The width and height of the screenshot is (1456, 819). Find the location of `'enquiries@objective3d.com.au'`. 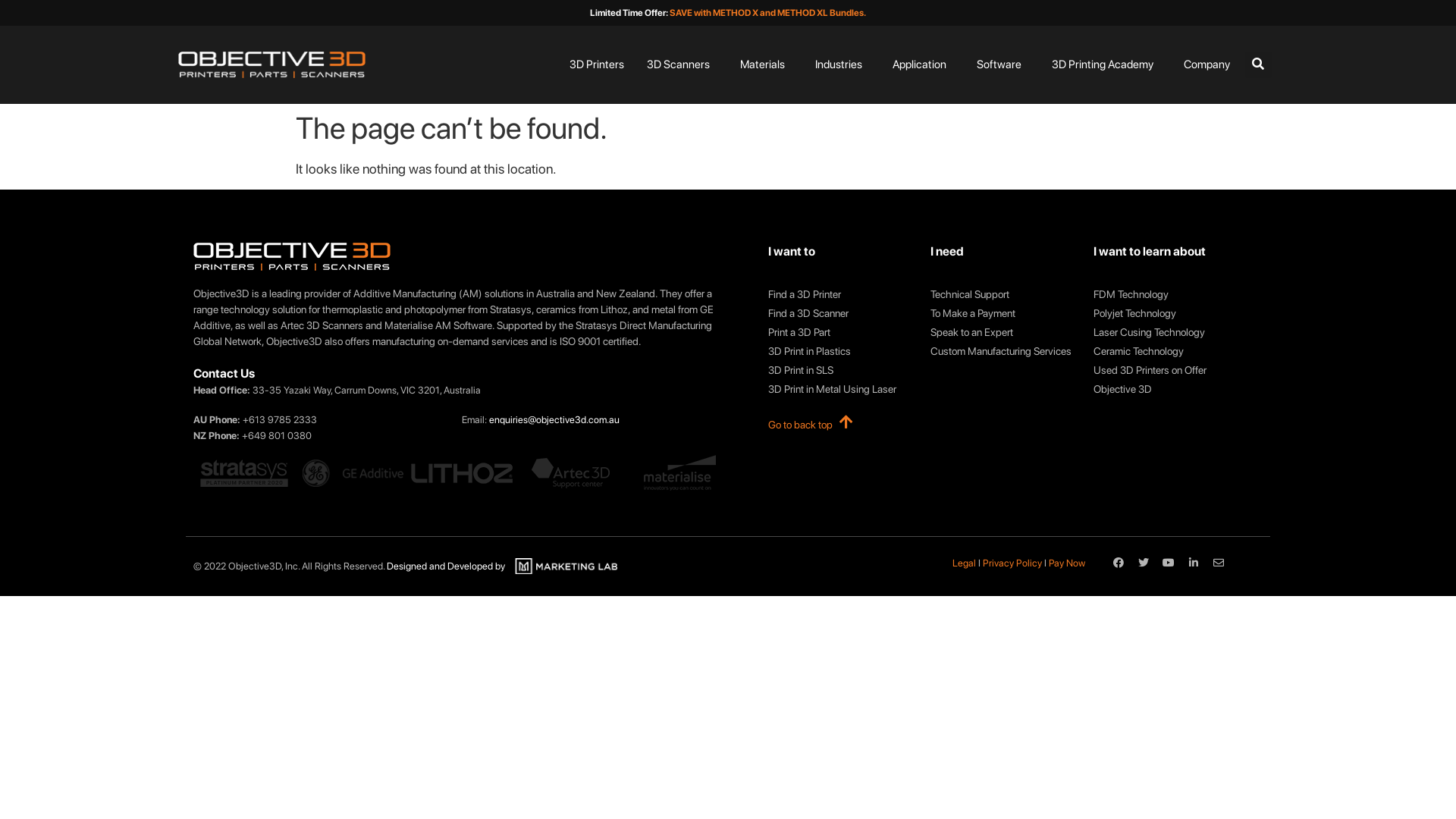

'enquiries@objective3d.com.au' is located at coordinates (553, 419).